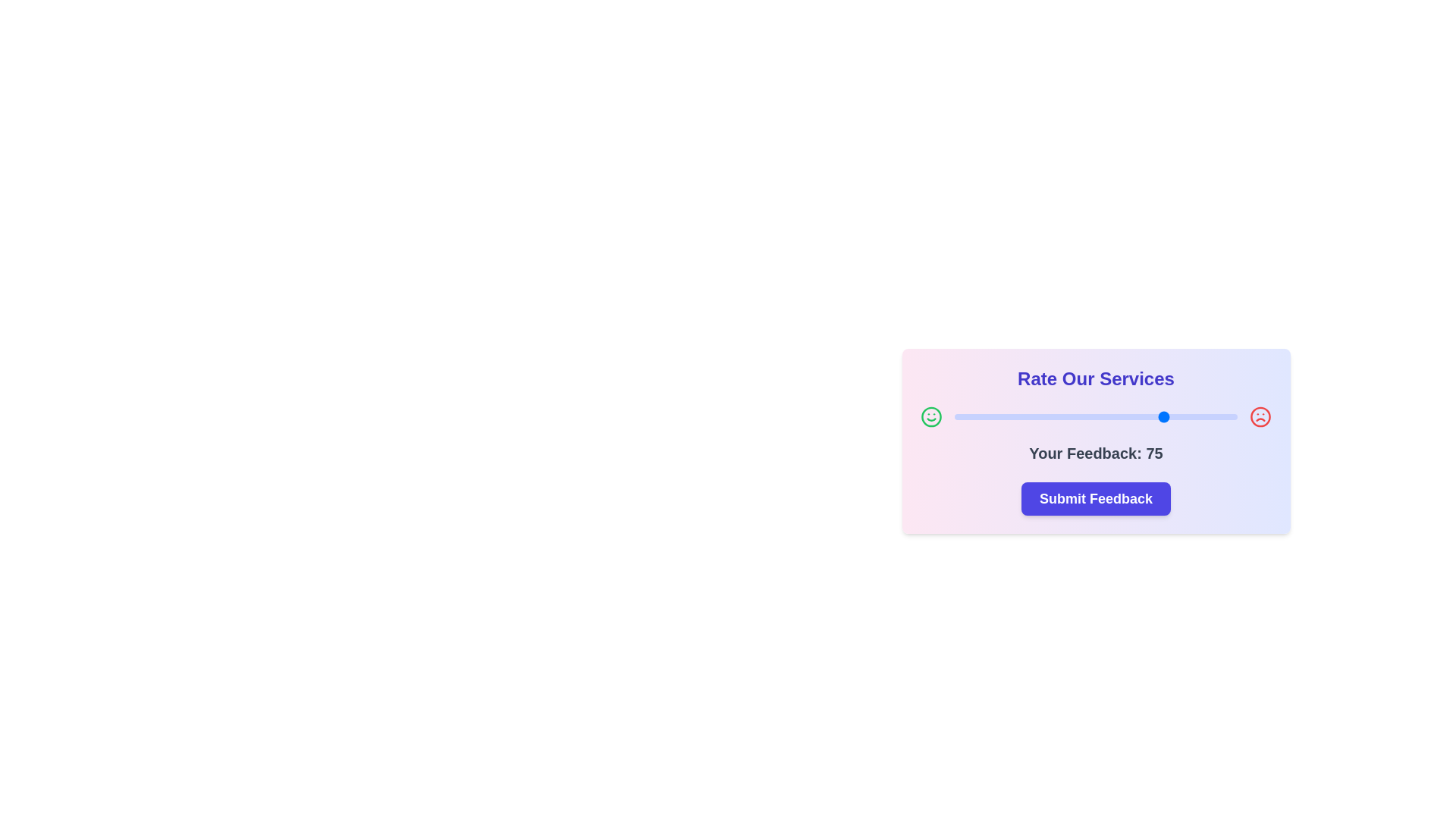 The height and width of the screenshot is (819, 1456). I want to click on the frown icon to adjust the feedback slider, so click(1260, 417).